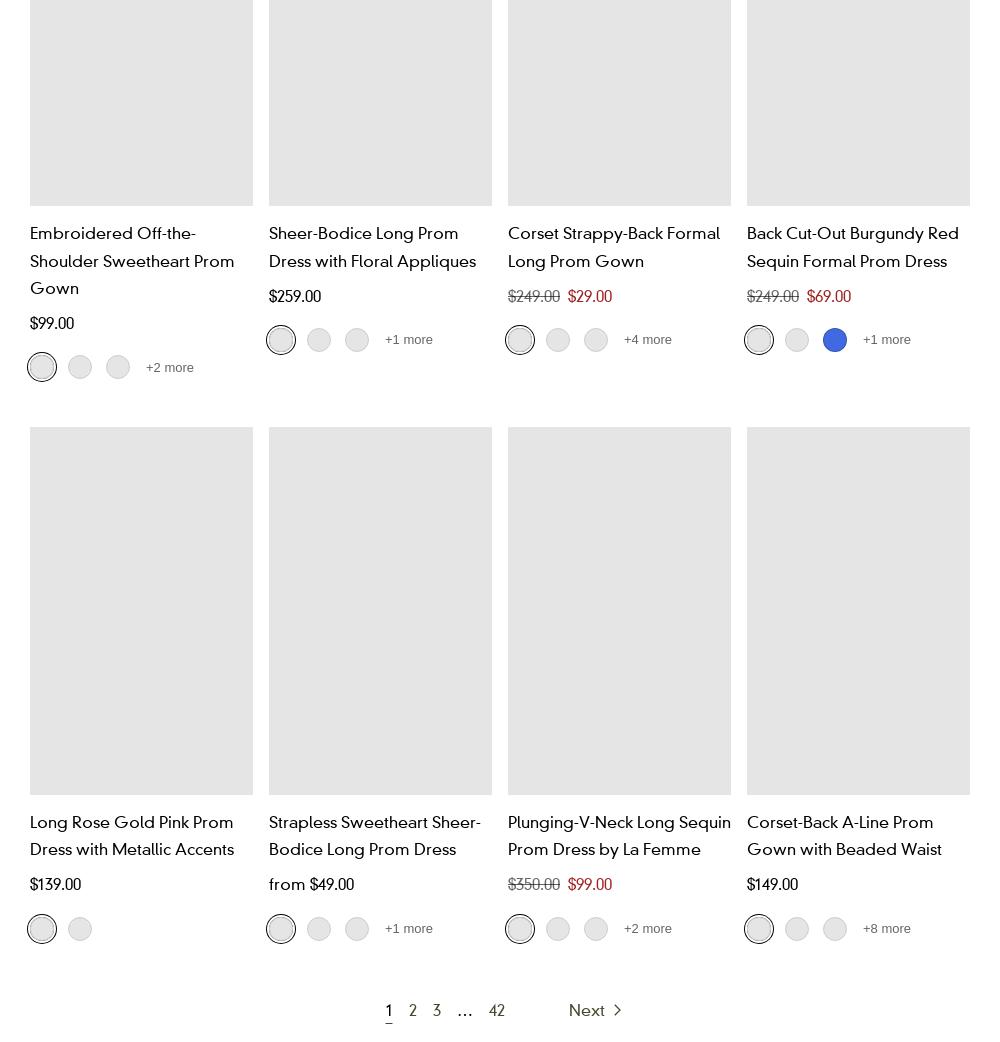 The image size is (1000, 1042). What do you see at coordinates (268, 570) in the screenshot?
I see `'Midnight Blue'` at bounding box center [268, 570].